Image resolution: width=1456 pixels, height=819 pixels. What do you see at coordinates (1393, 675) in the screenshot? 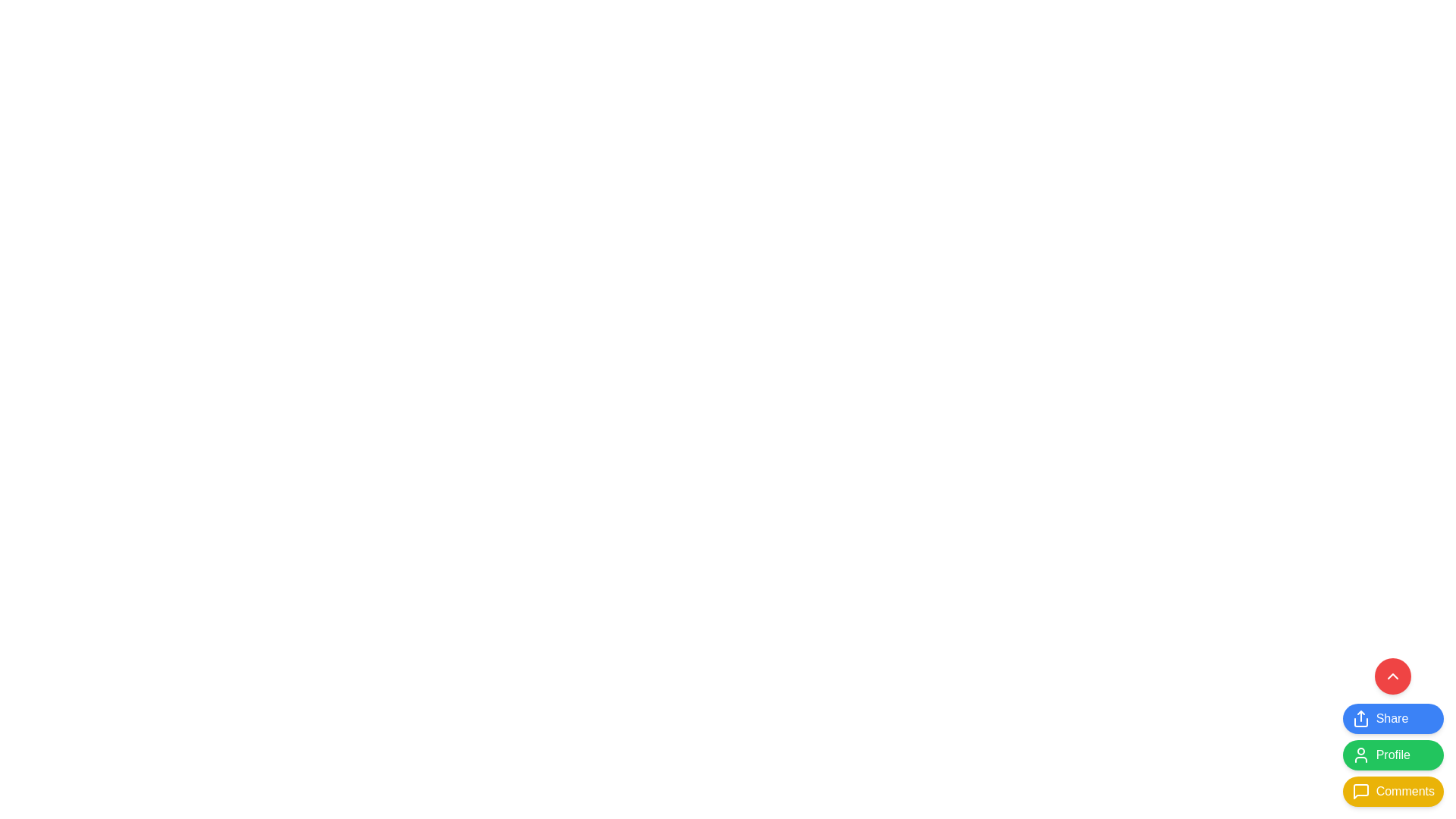
I see `the upward chevron button located at the top of the stack of buttons in the bottom-right corner, above the blue 'Share' button` at bounding box center [1393, 675].